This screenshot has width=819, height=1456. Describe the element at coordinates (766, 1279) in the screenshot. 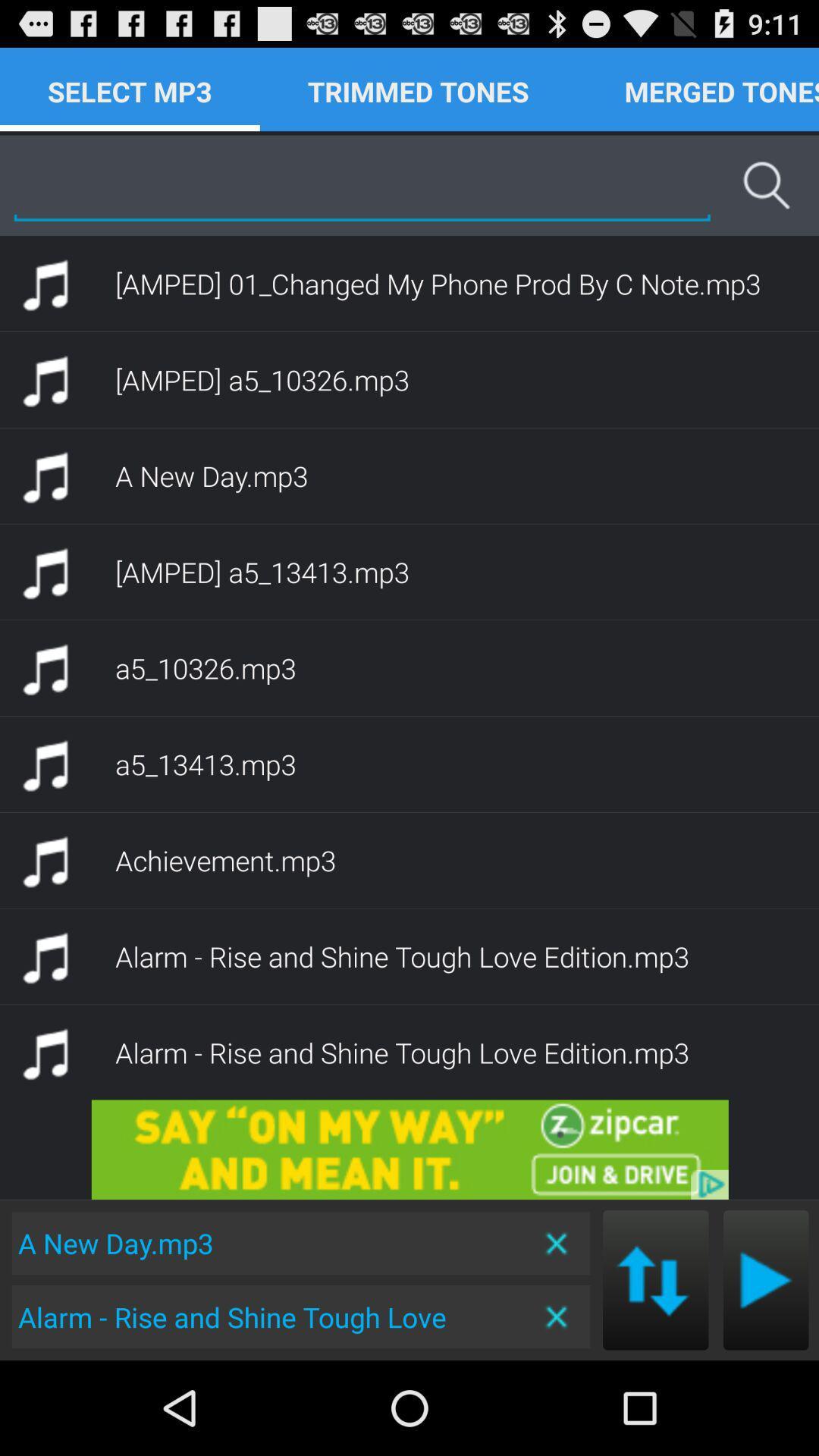

I see `pasta de musicas` at that location.